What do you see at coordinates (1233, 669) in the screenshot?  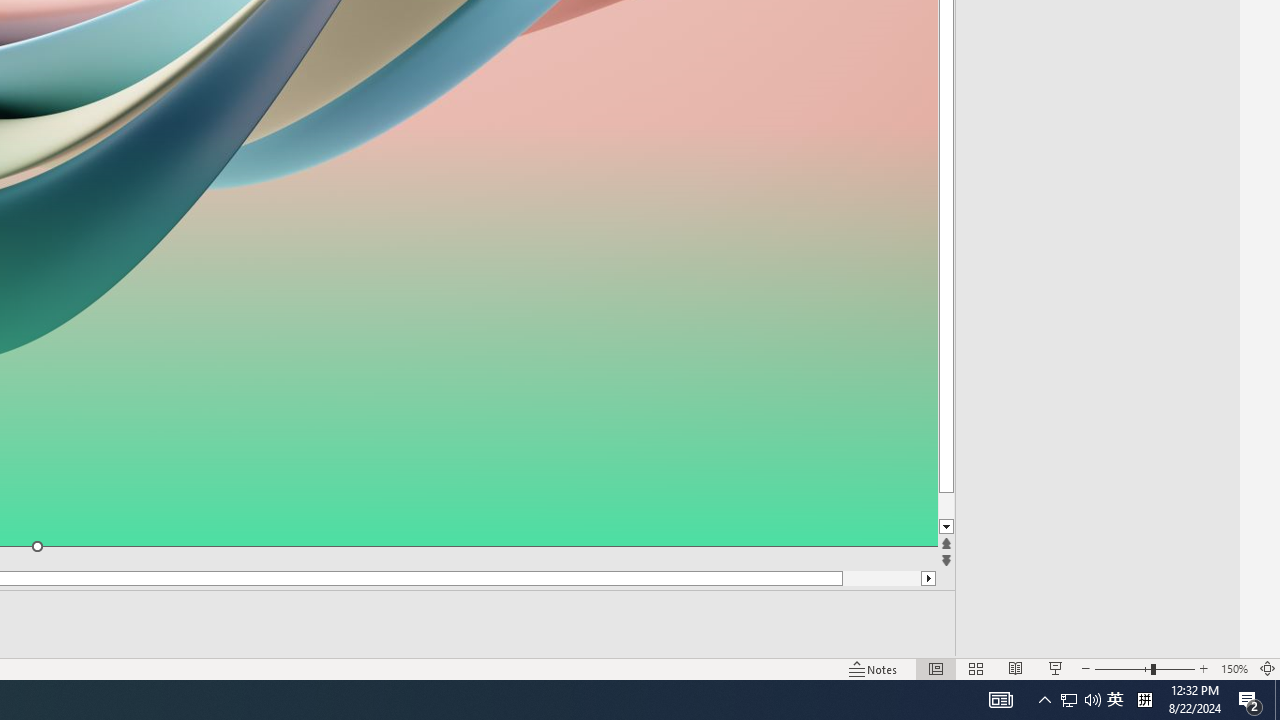 I see `'Zoom 150%'` at bounding box center [1233, 669].